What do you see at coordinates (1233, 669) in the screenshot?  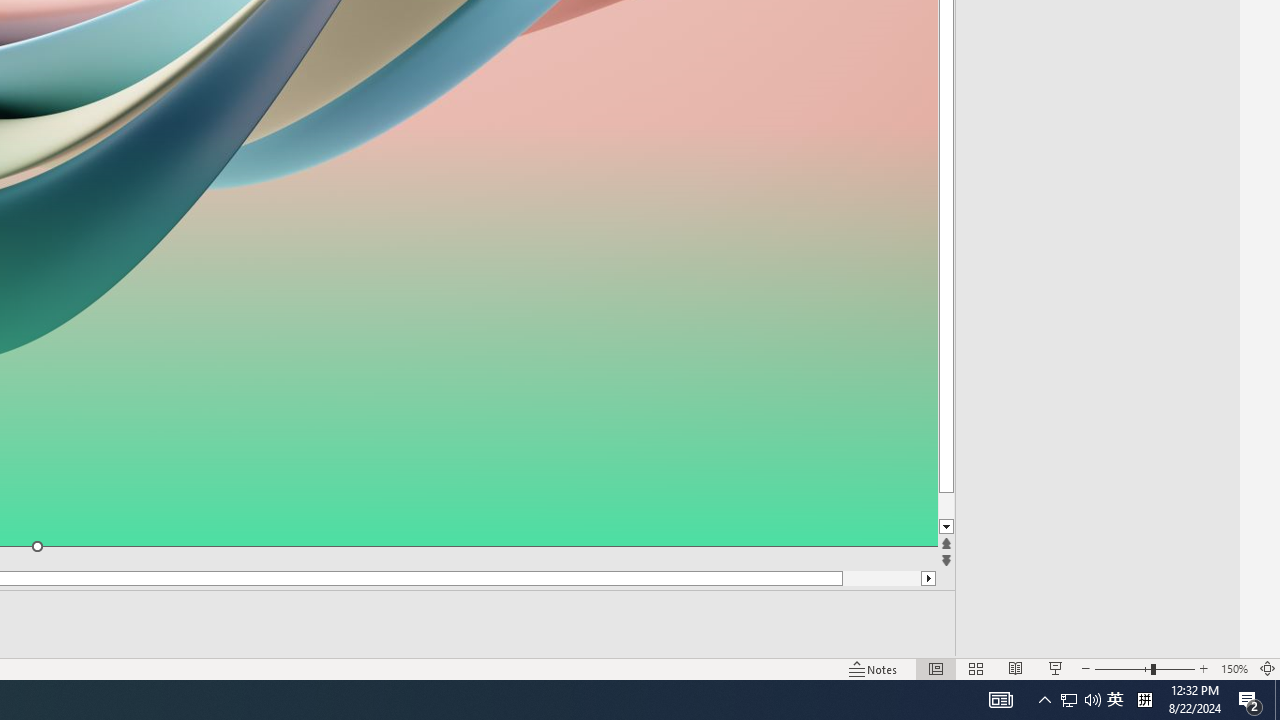 I see `'Zoom 150%'` at bounding box center [1233, 669].